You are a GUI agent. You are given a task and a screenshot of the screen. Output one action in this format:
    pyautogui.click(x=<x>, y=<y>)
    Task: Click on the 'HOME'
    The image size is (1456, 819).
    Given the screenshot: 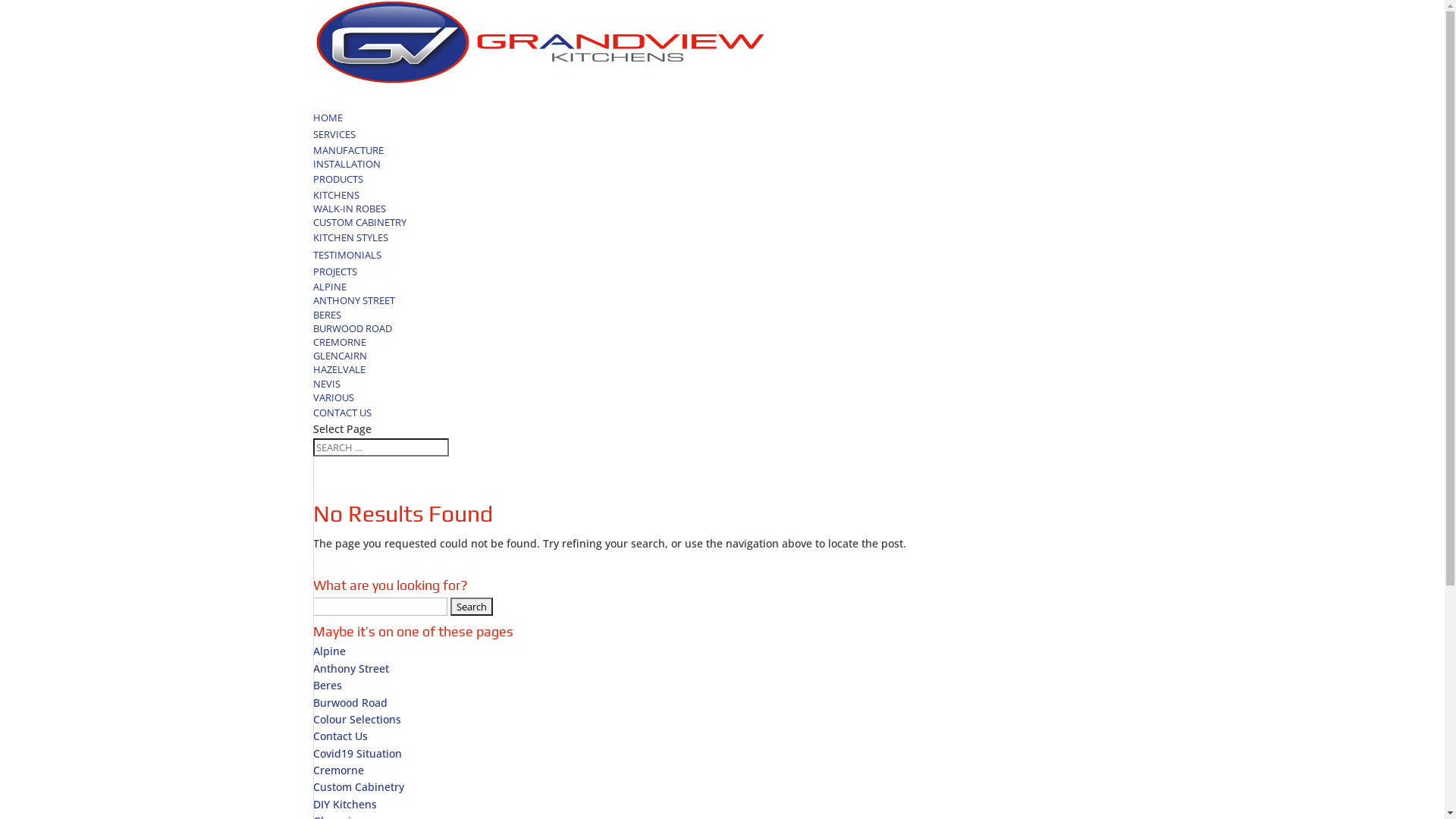 What is the action you would take?
    pyautogui.click(x=326, y=127)
    